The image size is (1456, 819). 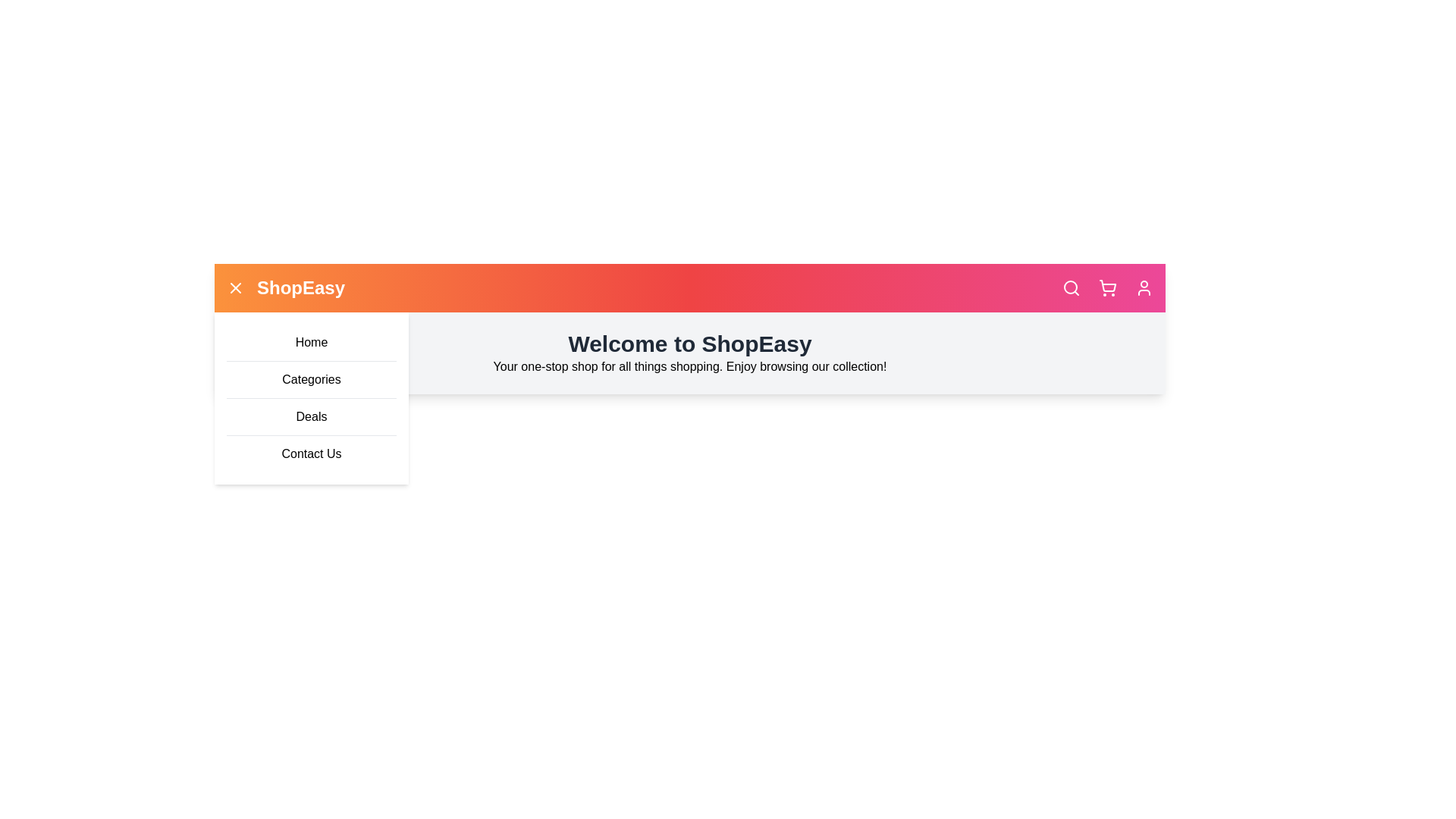 What do you see at coordinates (311, 378) in the screenshot?
I see `the 'Categories' hyperlink styled as a button in the vertical navigation menu` at bounding box center [311, 378].